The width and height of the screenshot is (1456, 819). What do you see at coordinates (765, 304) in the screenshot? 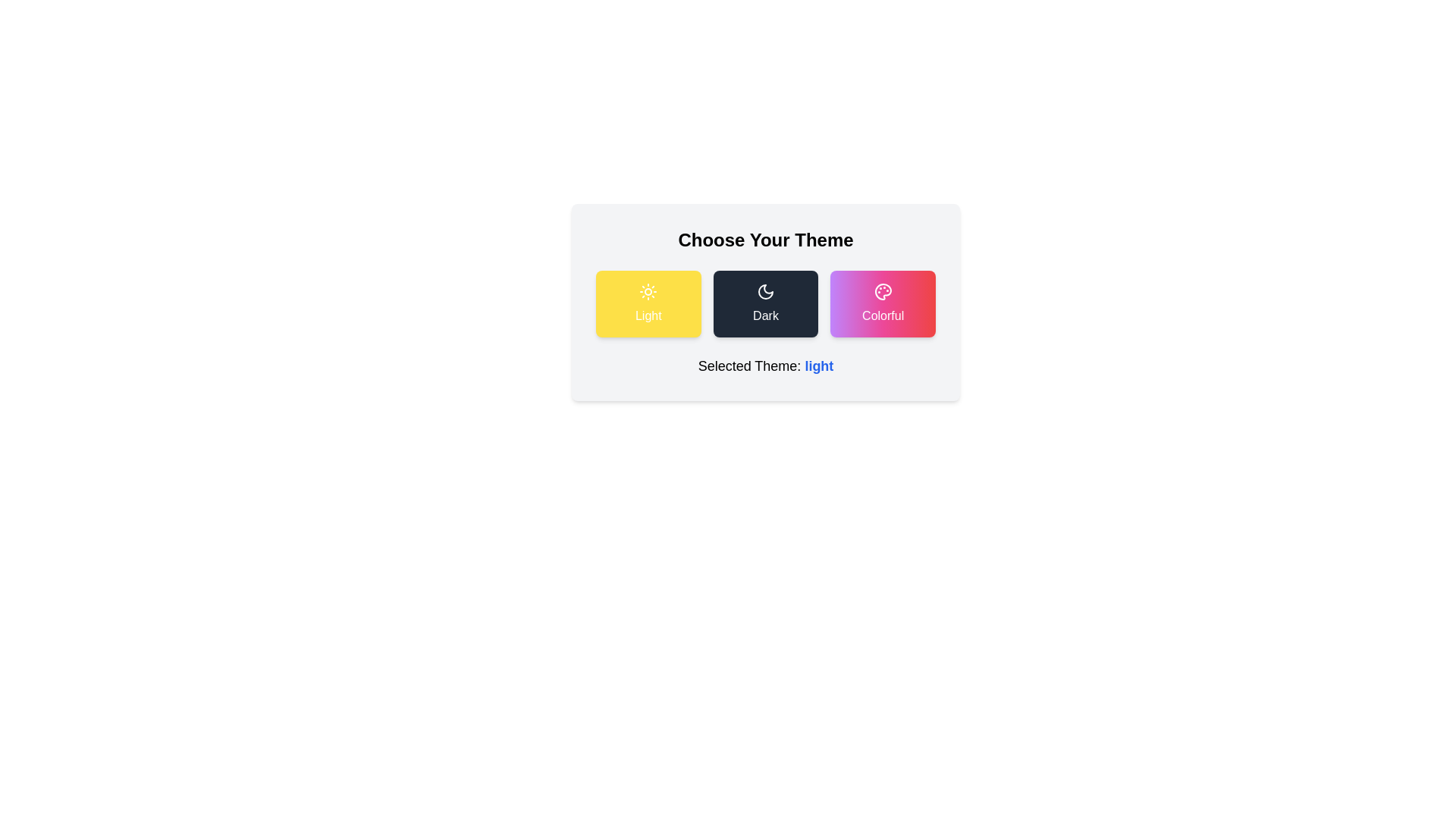
I see `the Dark button to observe its focus effects` at bounding box center [765, 304].